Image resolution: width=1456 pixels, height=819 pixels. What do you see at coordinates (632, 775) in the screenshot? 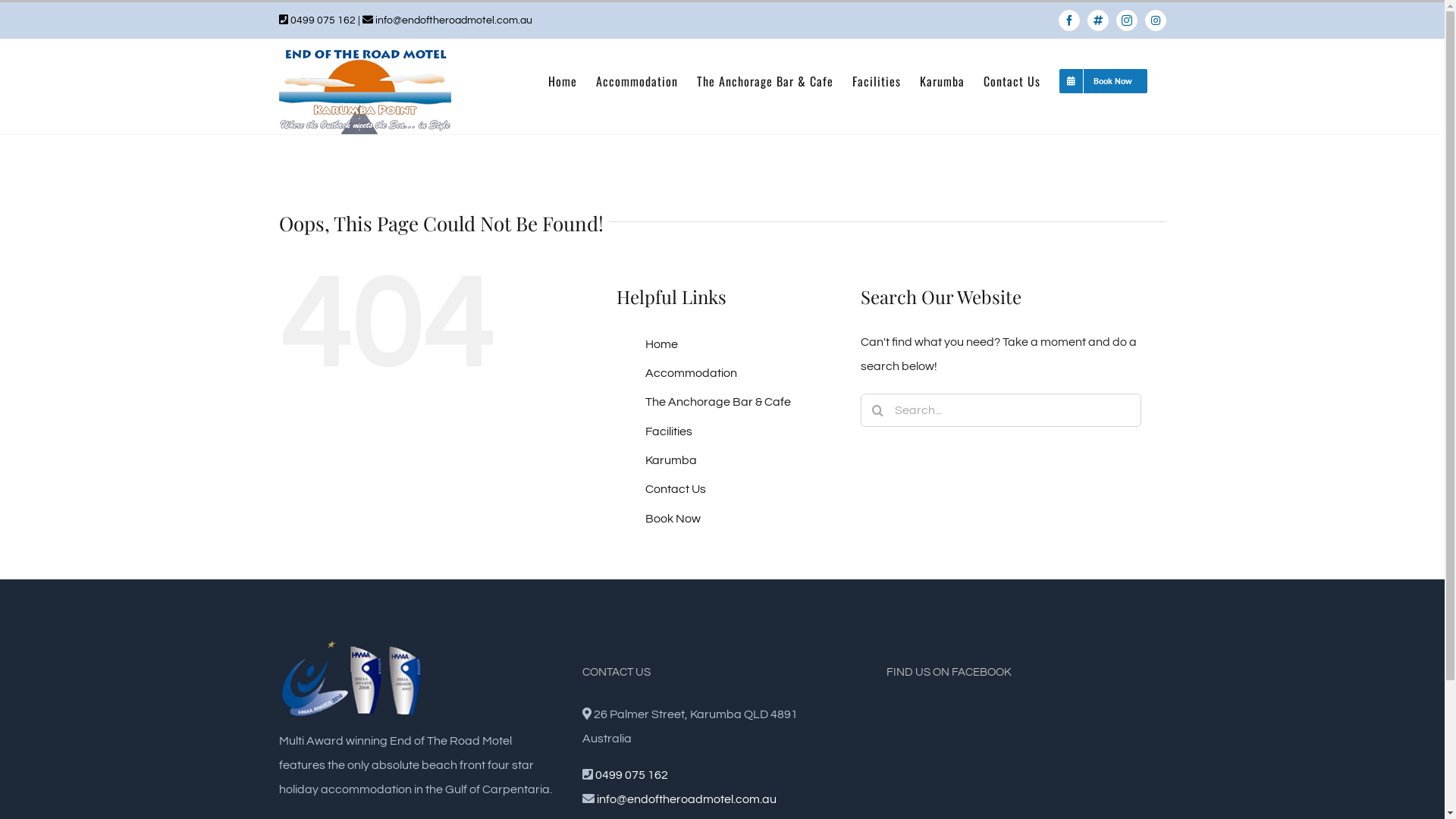
I see `'0499 075 162'` at bounding box center [632, 775].